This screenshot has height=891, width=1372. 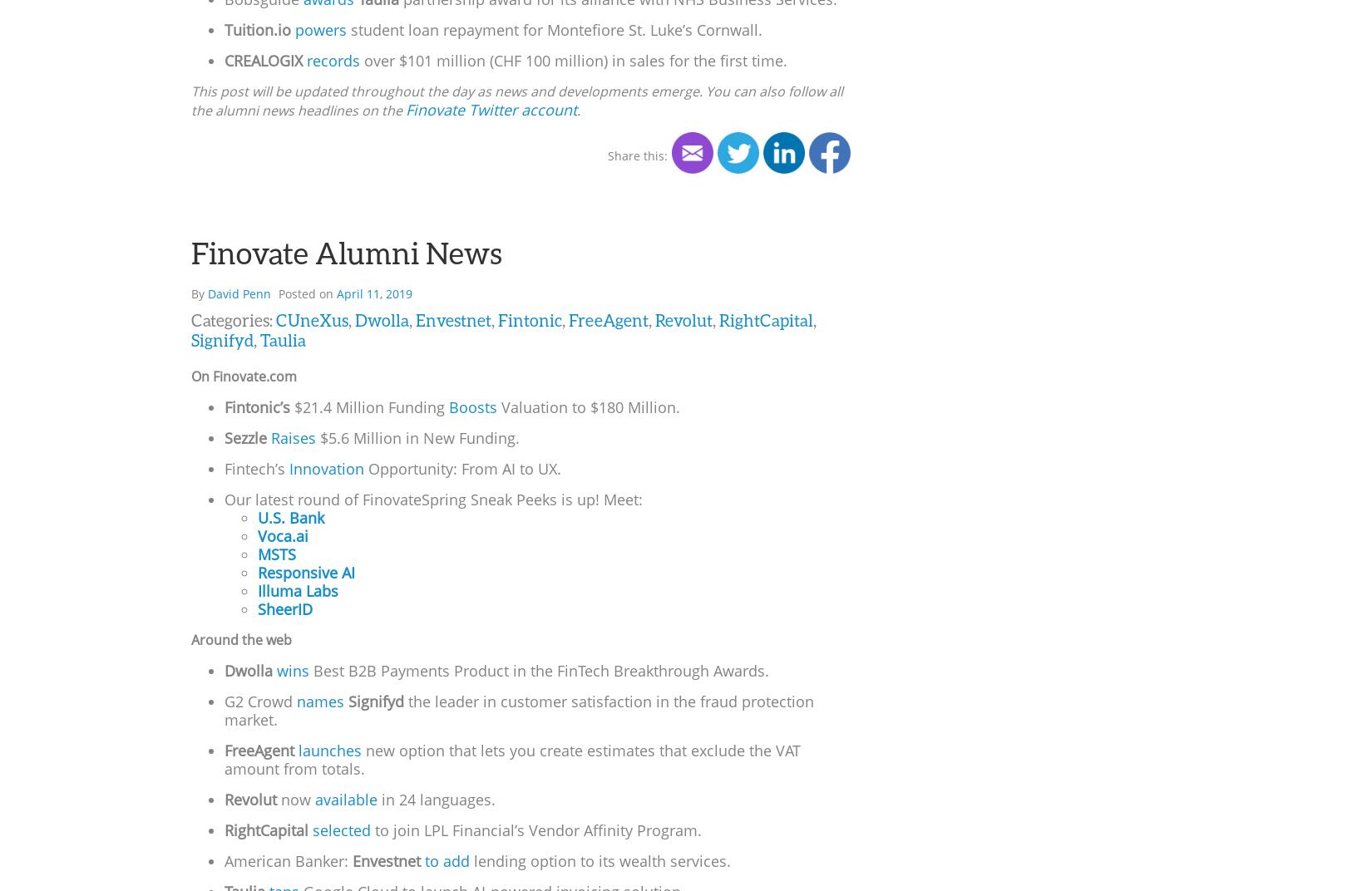 I want to click on 'Raises', so click(x=293, y=437).